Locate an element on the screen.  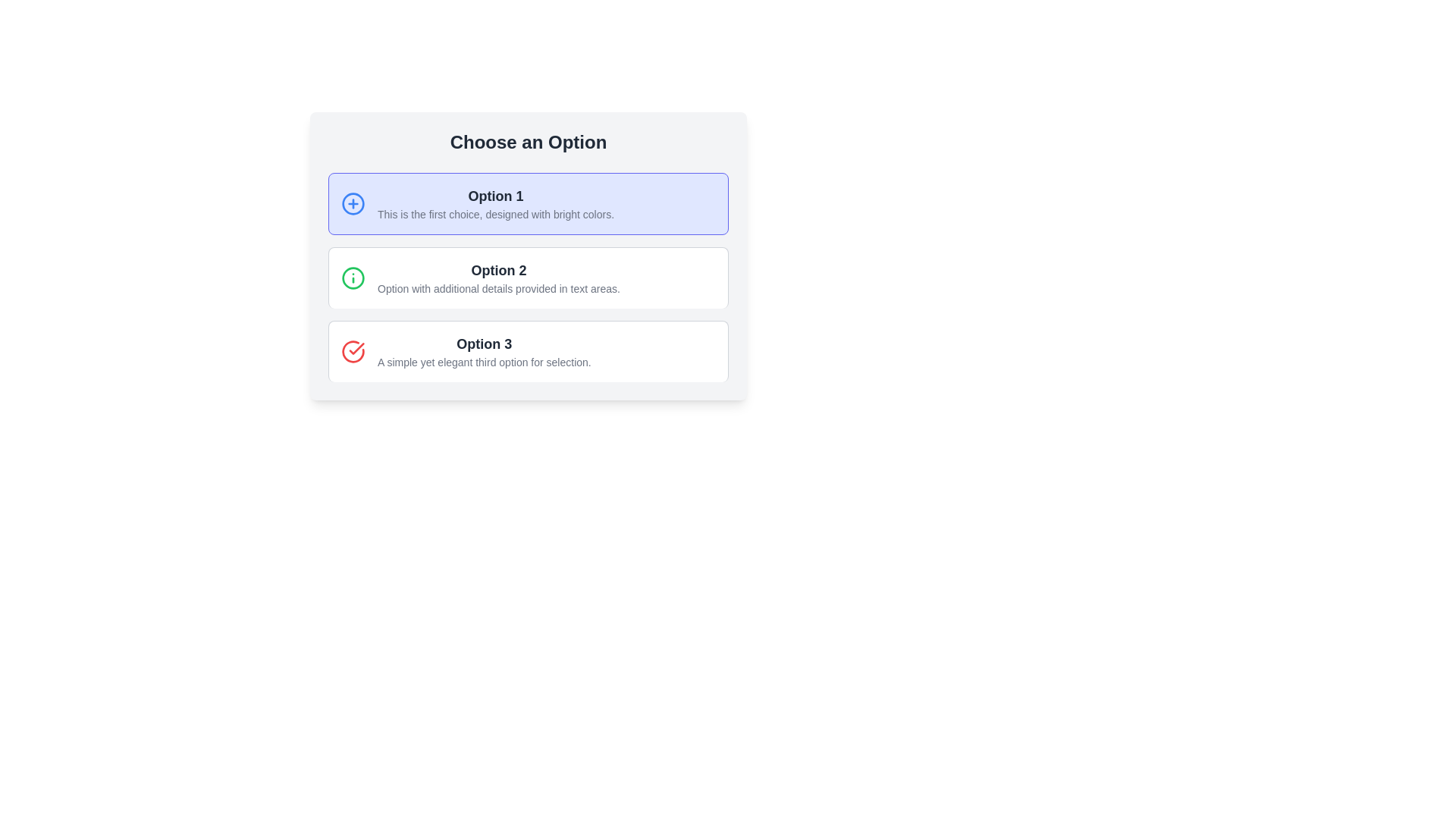
the third option in the vertical list of selectable options, which provides clarity through its title and description is located at coordinates (483, 351).